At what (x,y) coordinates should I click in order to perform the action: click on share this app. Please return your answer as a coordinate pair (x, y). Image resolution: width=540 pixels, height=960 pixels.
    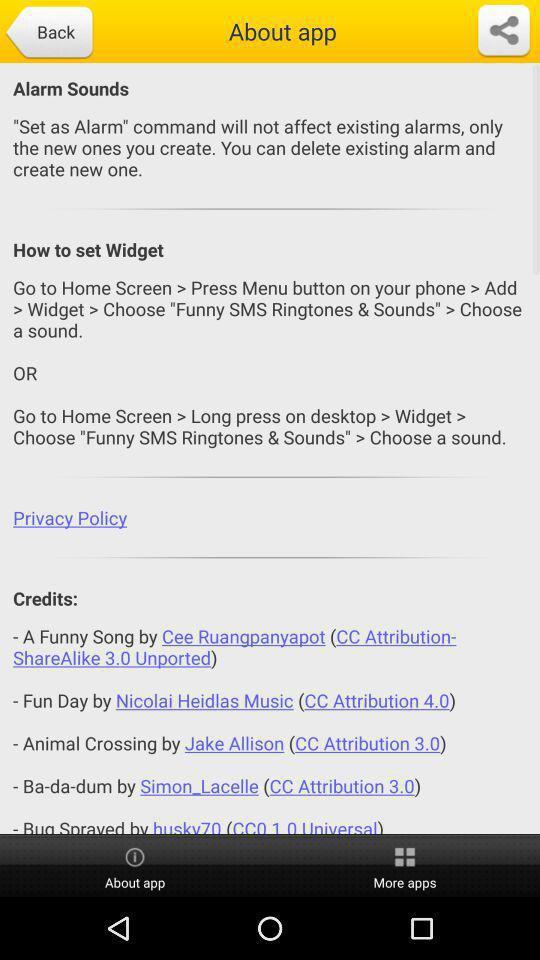
    Looking at the image, I should click on (502, 30).